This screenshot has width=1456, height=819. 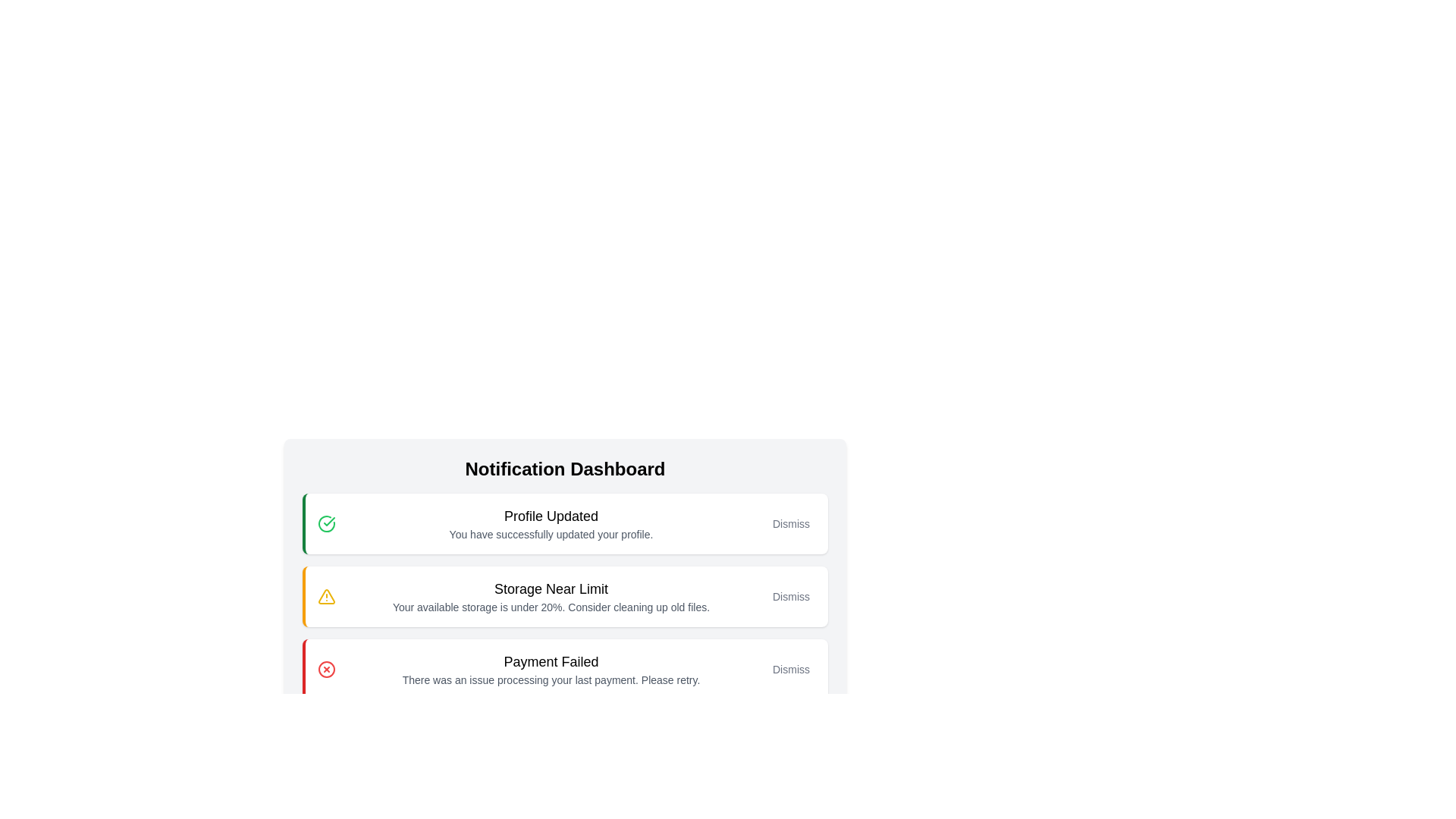 What do you see at coordinates (550, 522) in the screenshot?
I see `the notification message that indicates 'Profile Updated' with the subtext 'You have successfully updated your profile.'` at bounding box center [550, 522].